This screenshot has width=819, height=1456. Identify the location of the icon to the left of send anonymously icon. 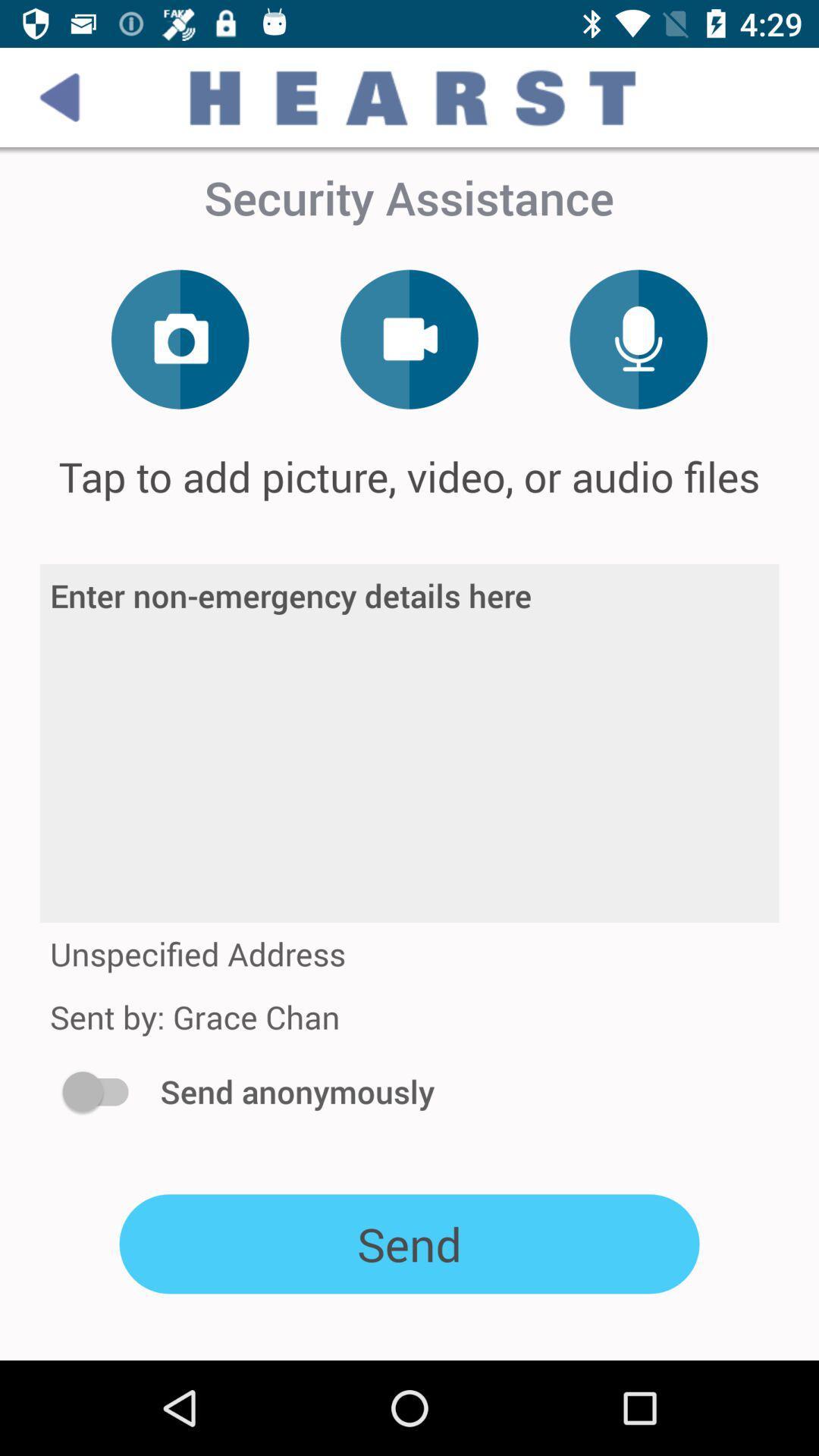
(102, 1090).